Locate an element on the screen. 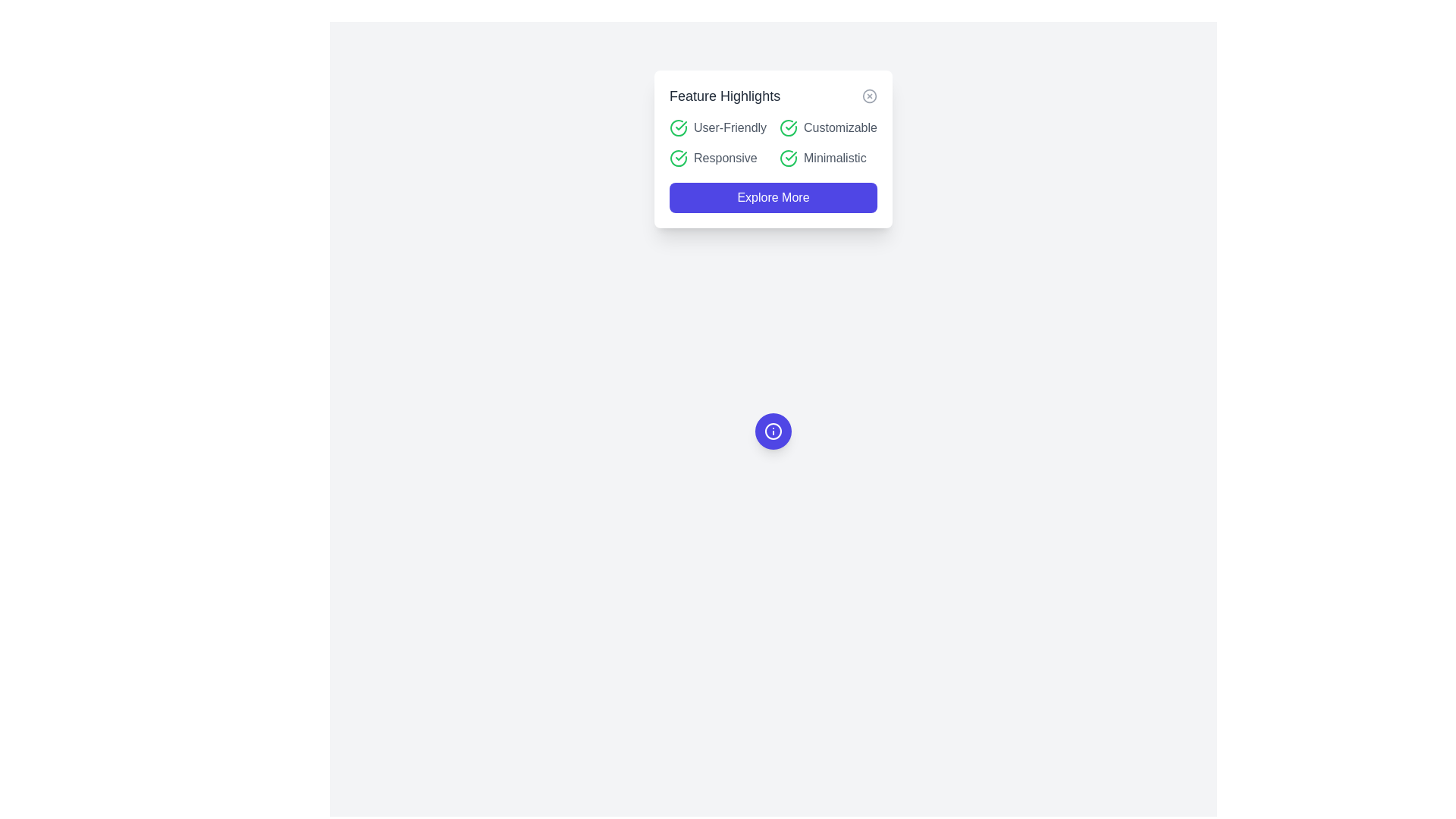 This screenshot has height=819, width=1456. the Interactive icon button, a small gray circle with a cross inside, located in the upper right corner of the 'Feature Highlights' card is located at coordinates (870, 96).